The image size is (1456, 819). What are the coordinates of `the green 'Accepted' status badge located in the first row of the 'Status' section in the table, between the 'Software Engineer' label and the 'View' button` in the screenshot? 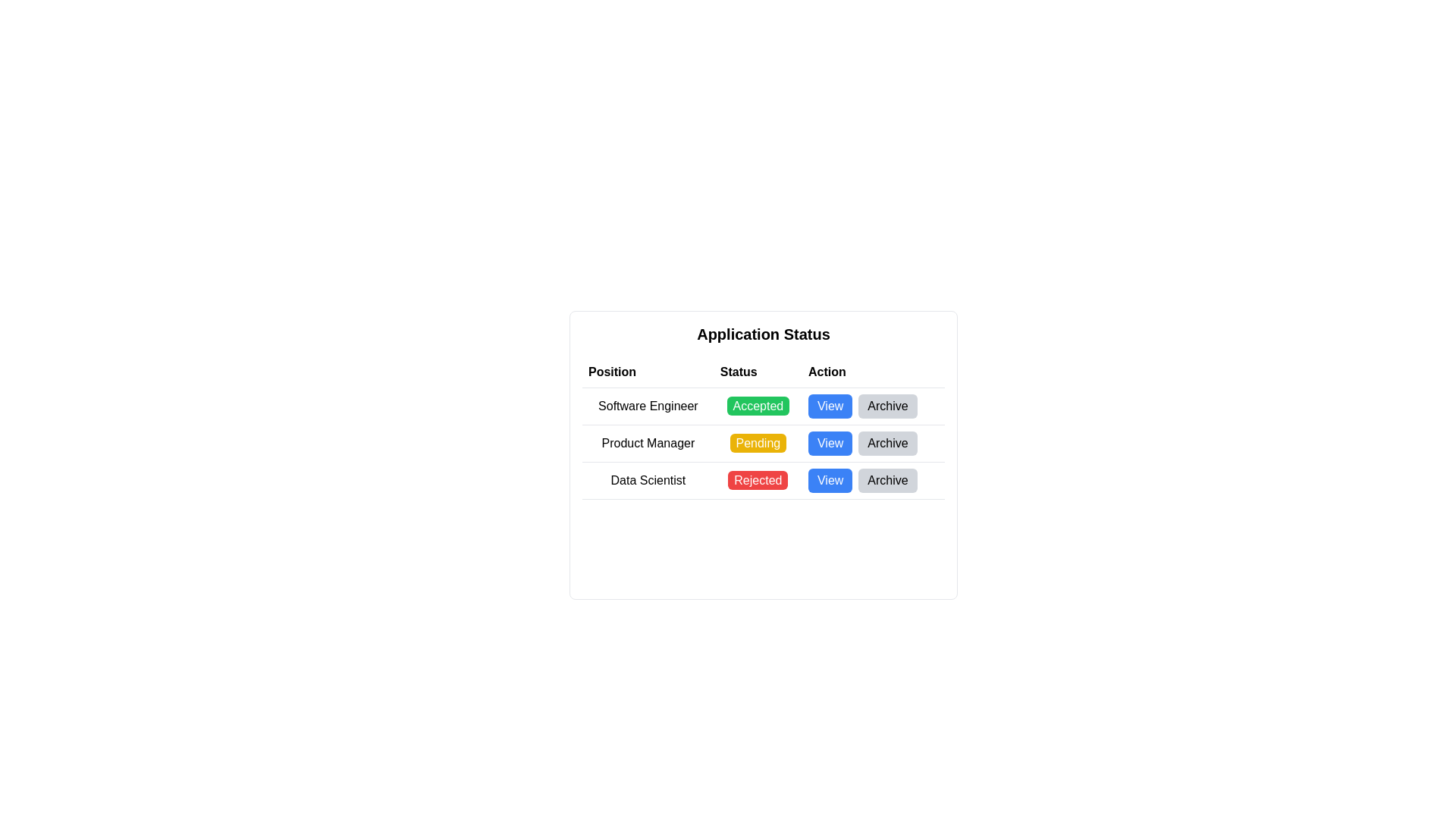 It's located at (758, 406).